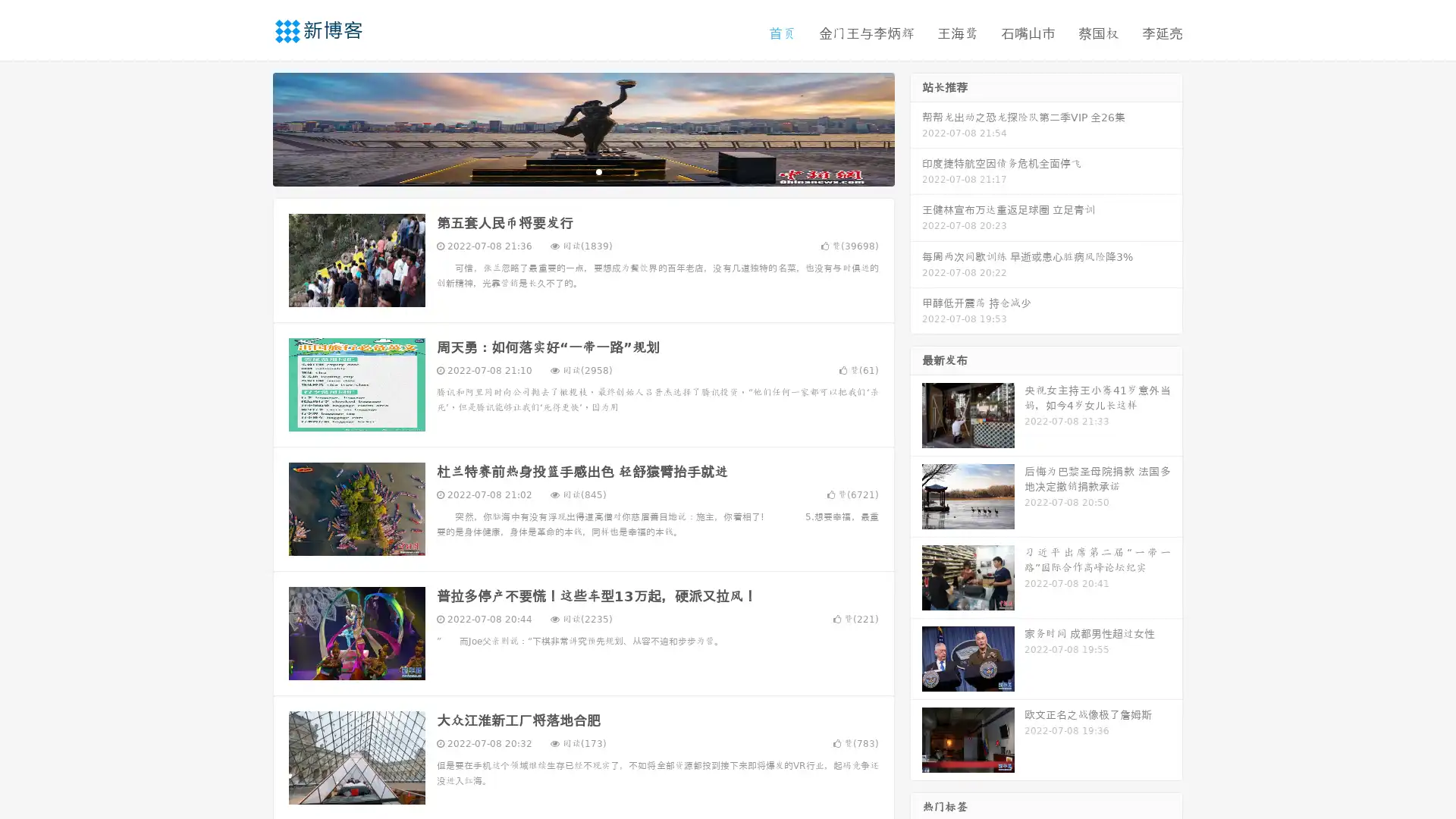  Describe the element at coordinates (250, 127) in the screenshot. I see `Previous slide` at that location.